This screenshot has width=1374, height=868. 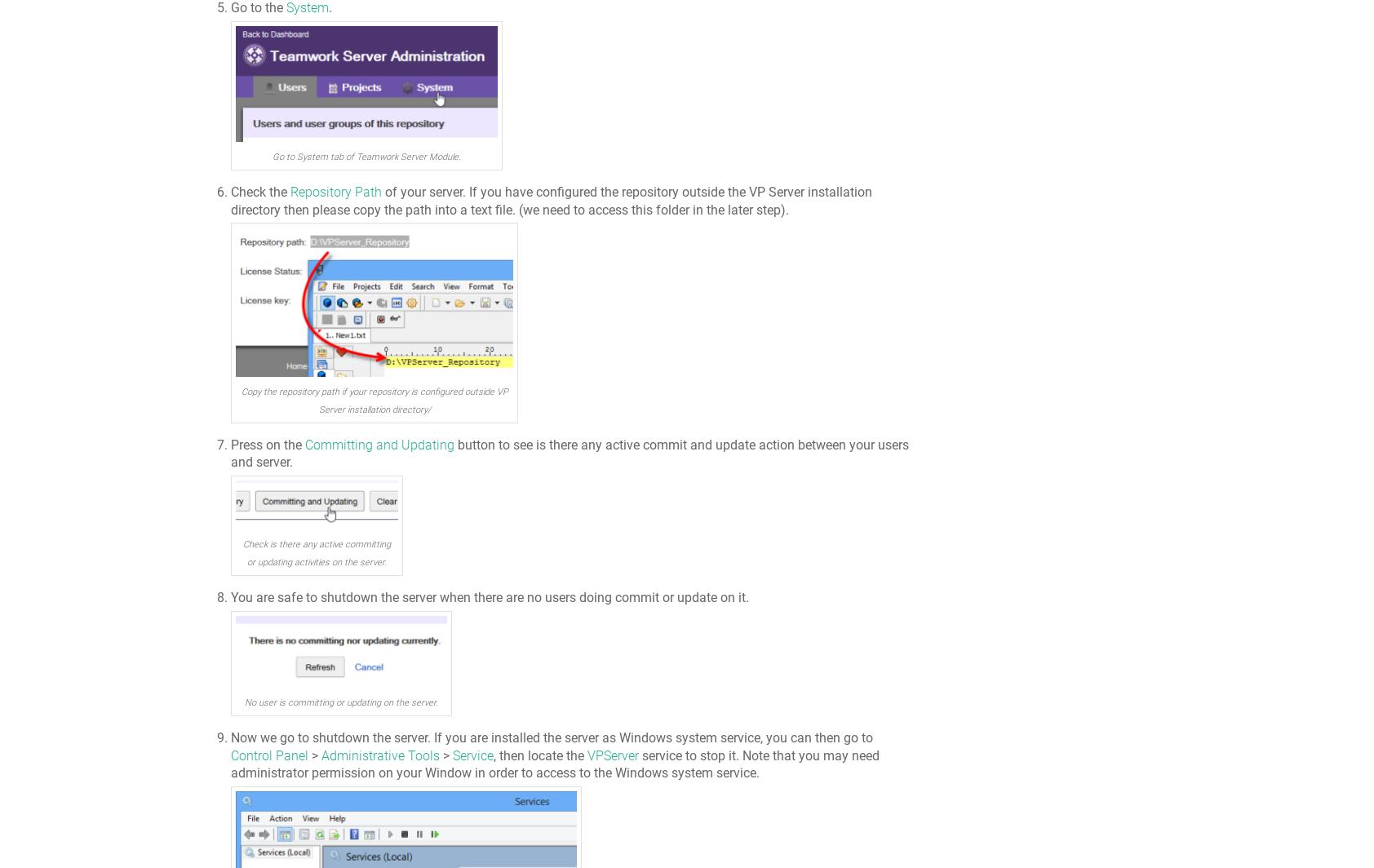 I want to click on 'Copy the repository path if your repository is configured outside VP Server installation directory/', so click(x=373, y=401).